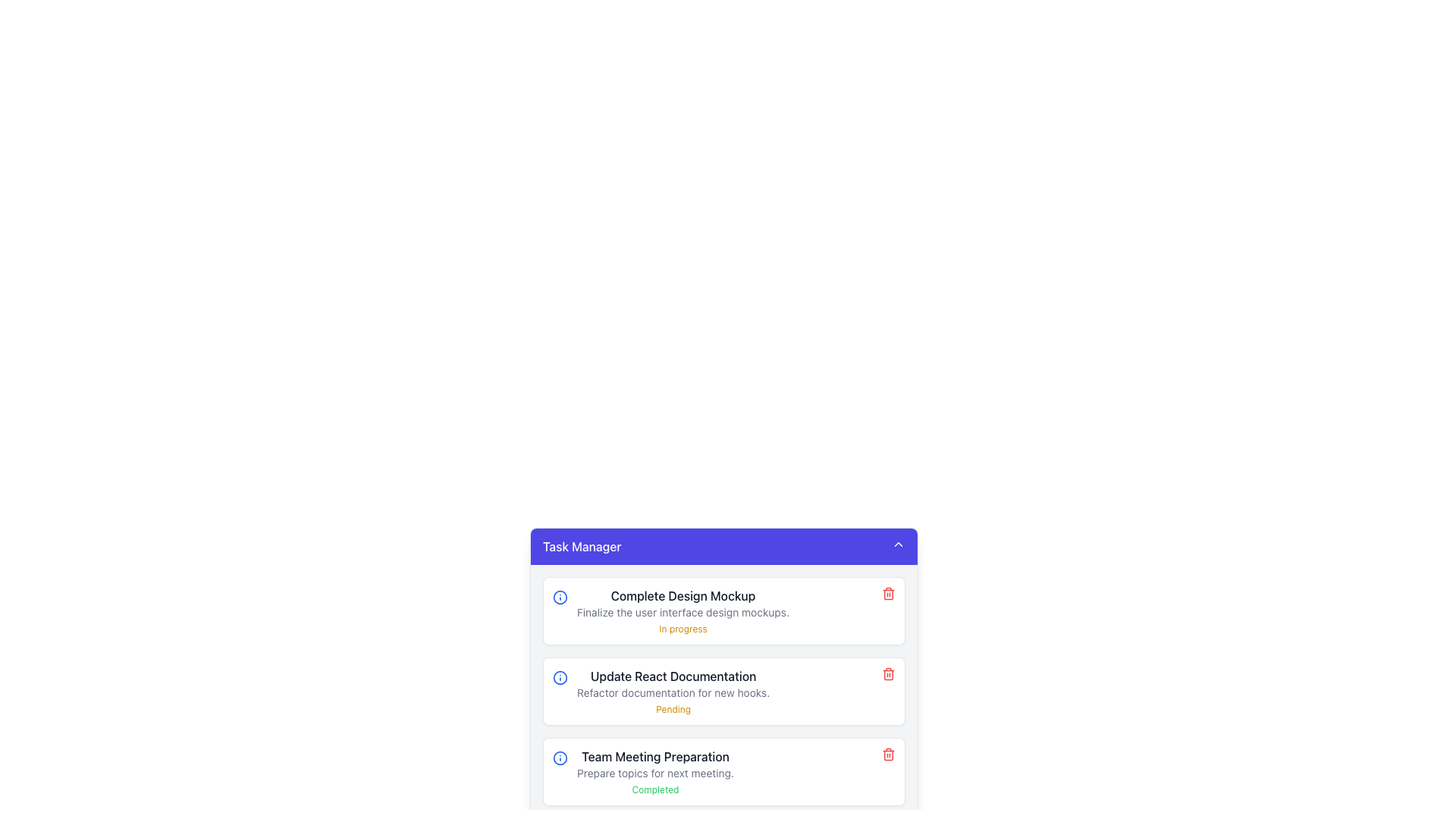  Describe the element at coordinates (682, 595) in the screenshot. I see `the task title label located above the text 'Finalize the user interface design mockups' in the task management interface` at that location.